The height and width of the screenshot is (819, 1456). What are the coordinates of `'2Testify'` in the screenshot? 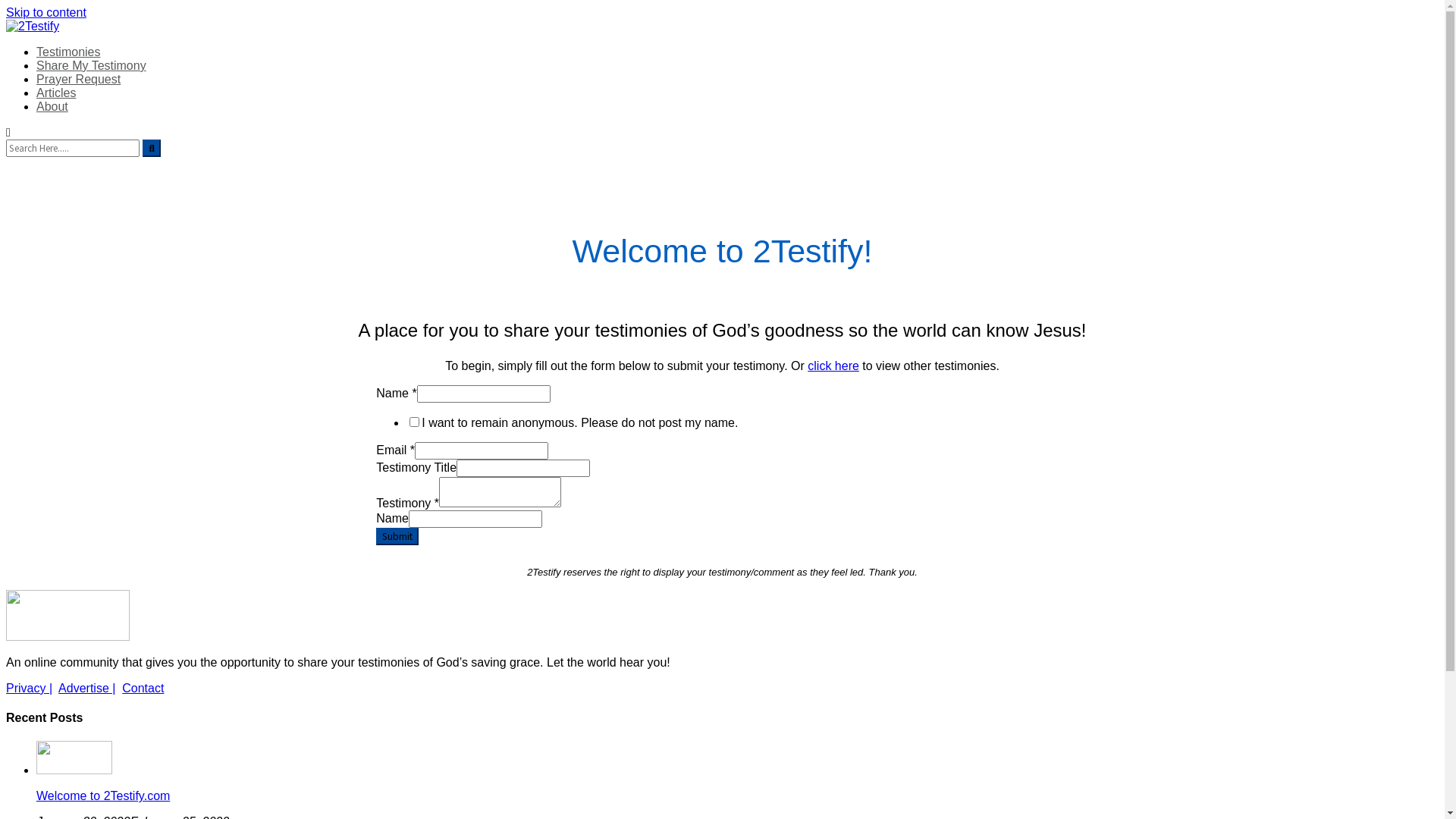 It's located at (51, 62).